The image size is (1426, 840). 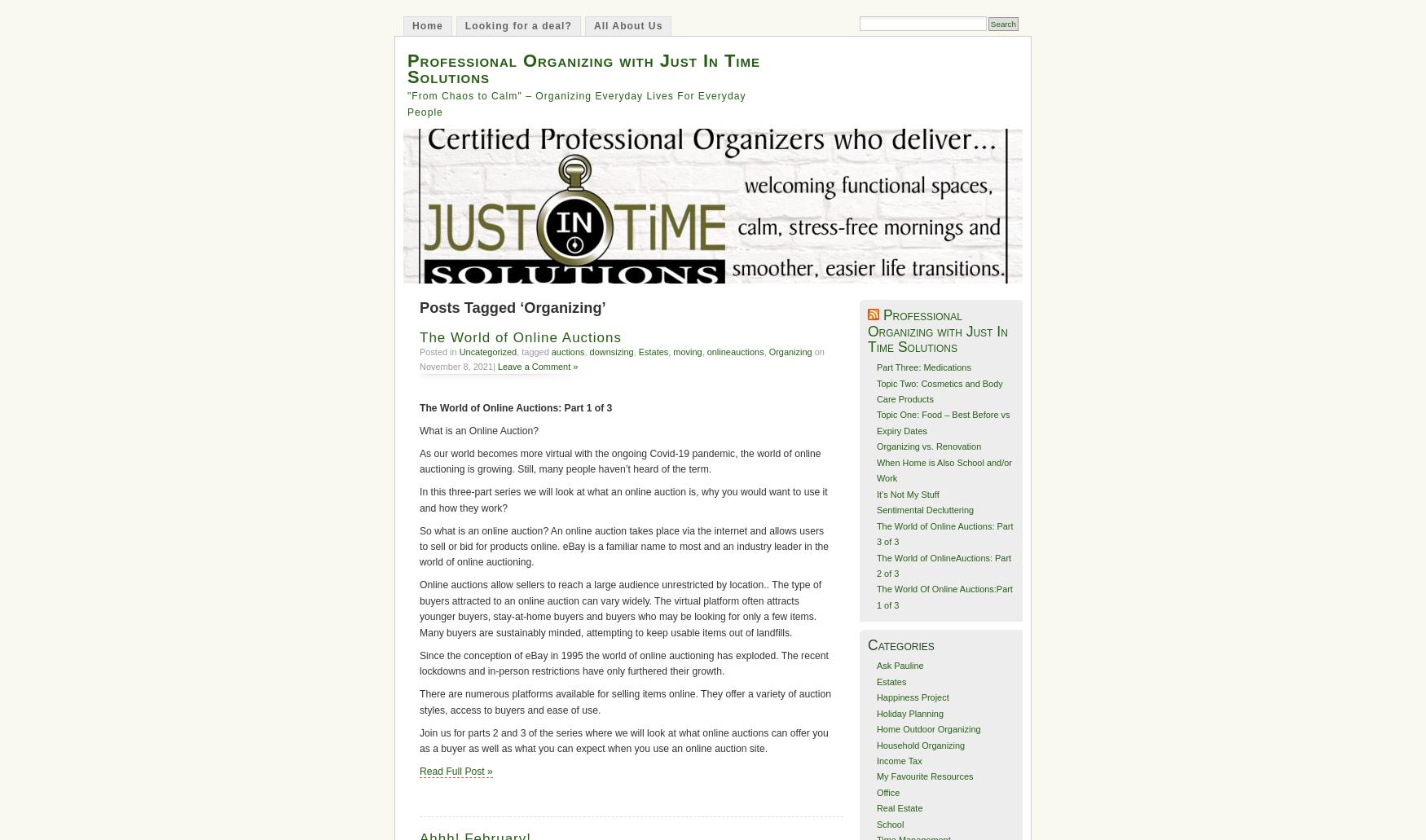 I want to click on 'Online auctions allow sellers to reach a large audience unrestricted by location.. The type of buyers attracted to an online auction can vary widely. The virtual platform often attracts younger buyers, stay-at-home buyers and buyers who may be looking for only a few items. Many buyers are sustainably minded, attempting to keep usable items out of landfills.', so click(x=419, y=607).